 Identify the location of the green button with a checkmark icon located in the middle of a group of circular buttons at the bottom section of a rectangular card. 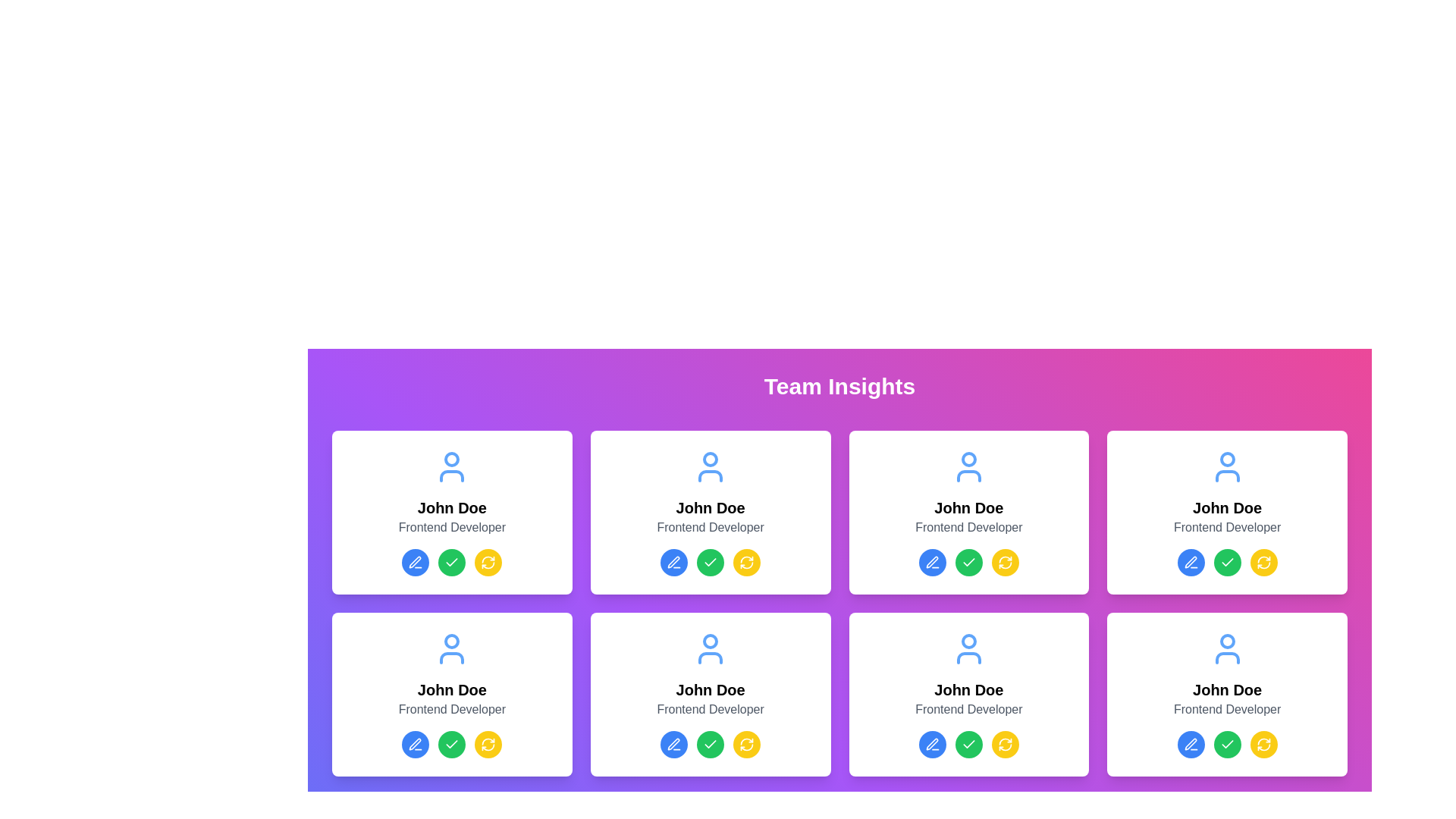
(451, 562).